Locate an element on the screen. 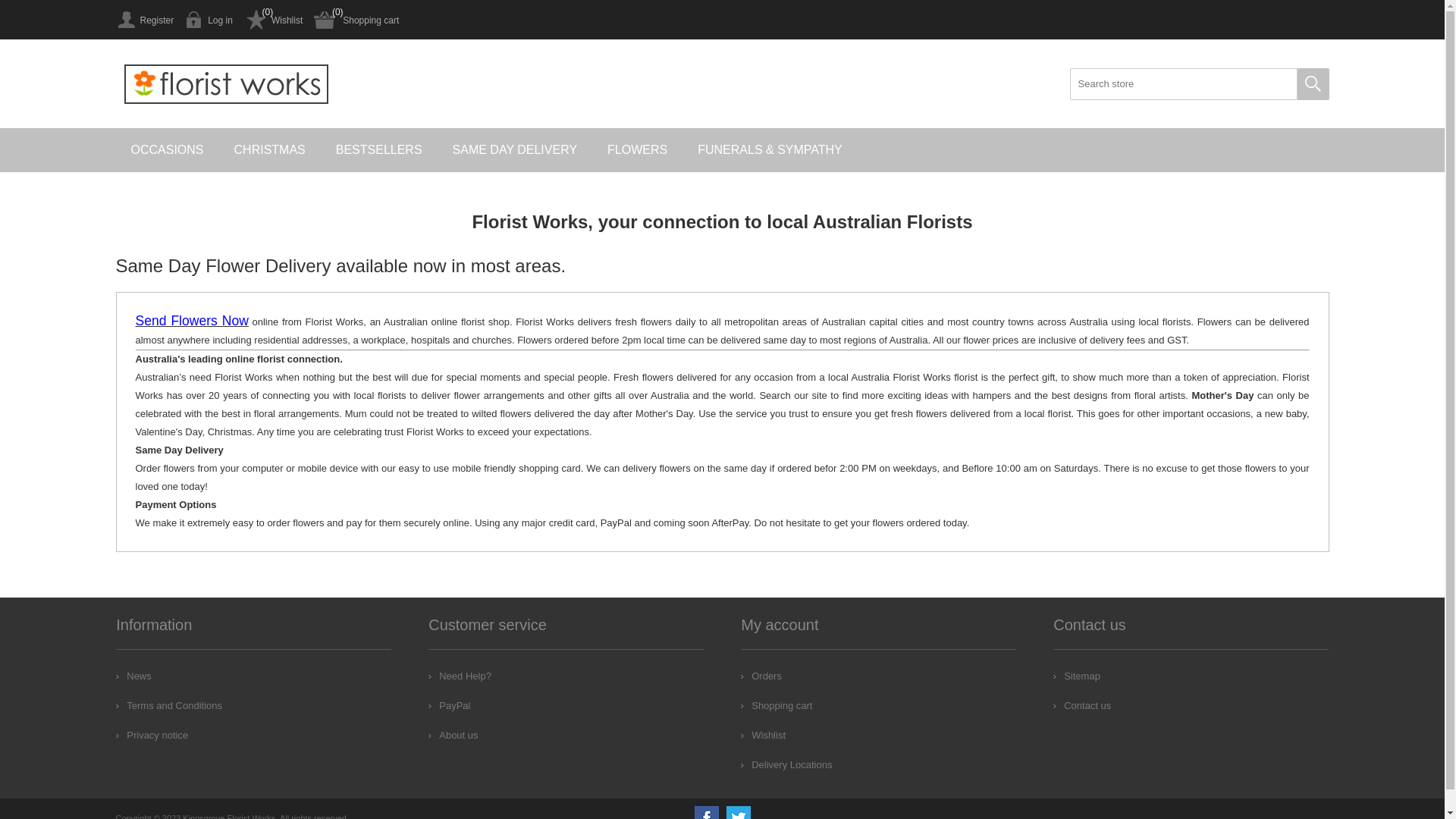 The width and height of the screenshot is (1456, 819). 'Orders' is located at coordinates (761, 675).